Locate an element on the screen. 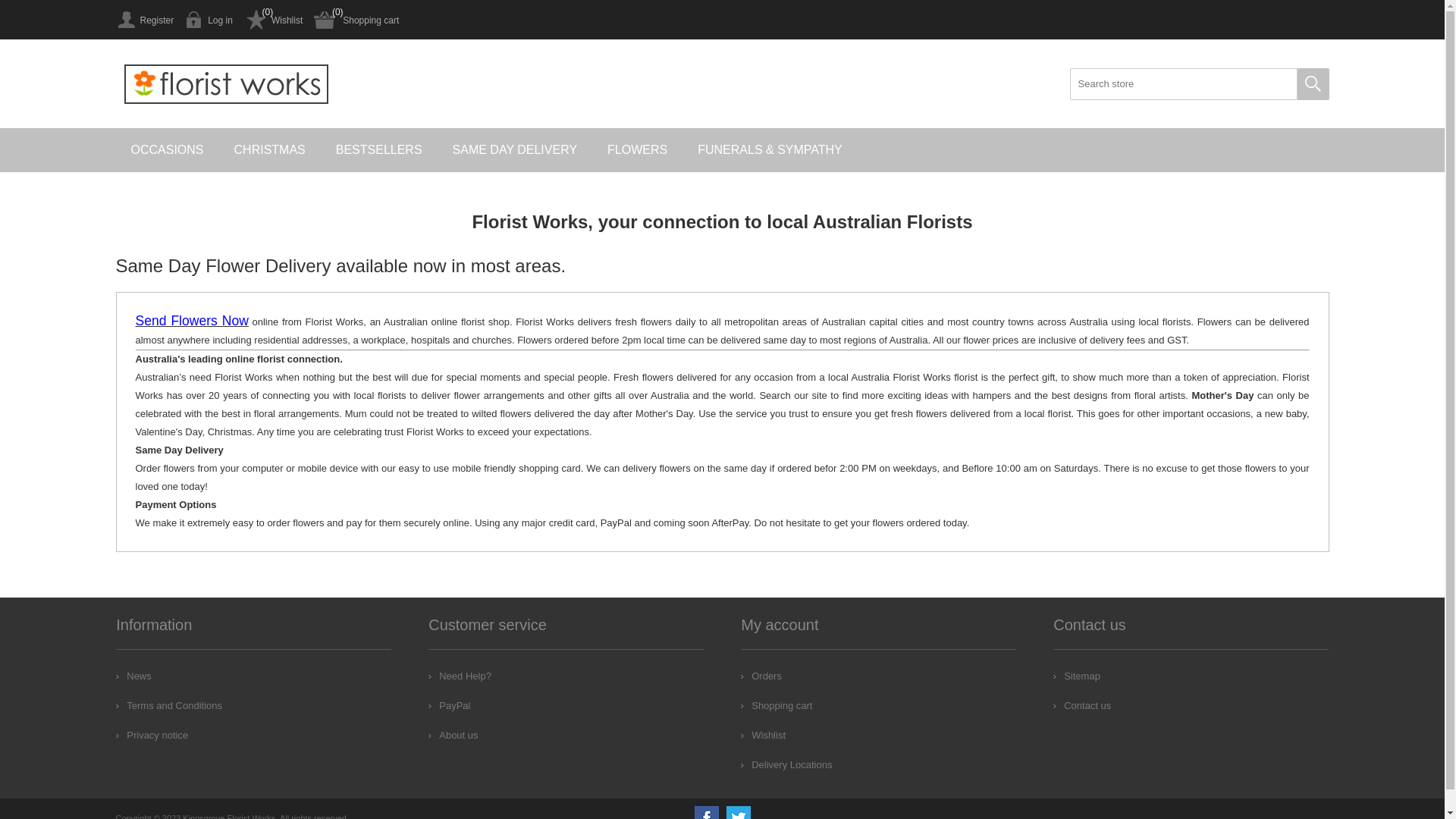 The width and height of the screenshot is (1456, 819). 'Orders' is located at coordinates (761, 675).